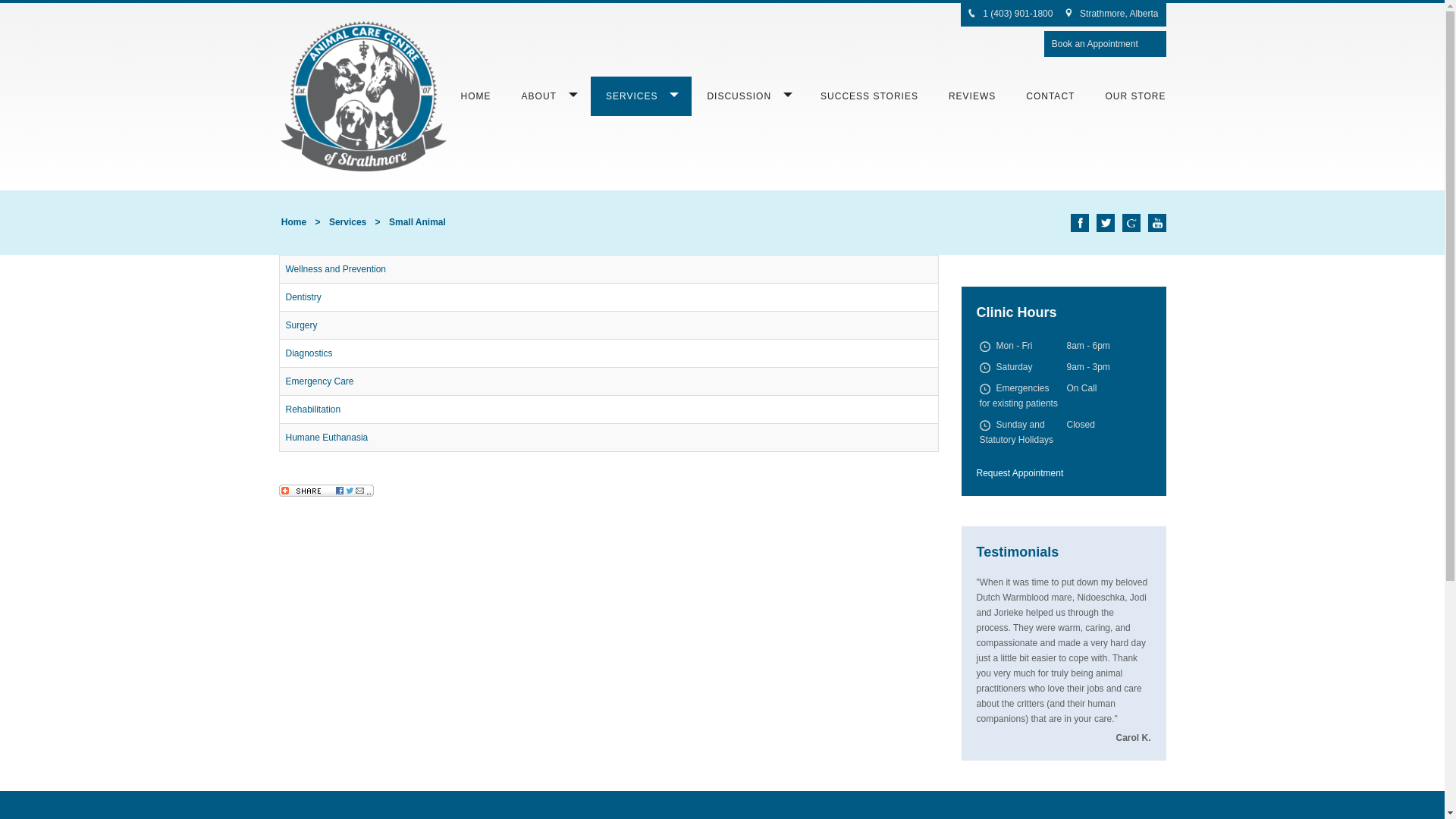  I want to click on 'OUR STORE', so click(1135, 96).